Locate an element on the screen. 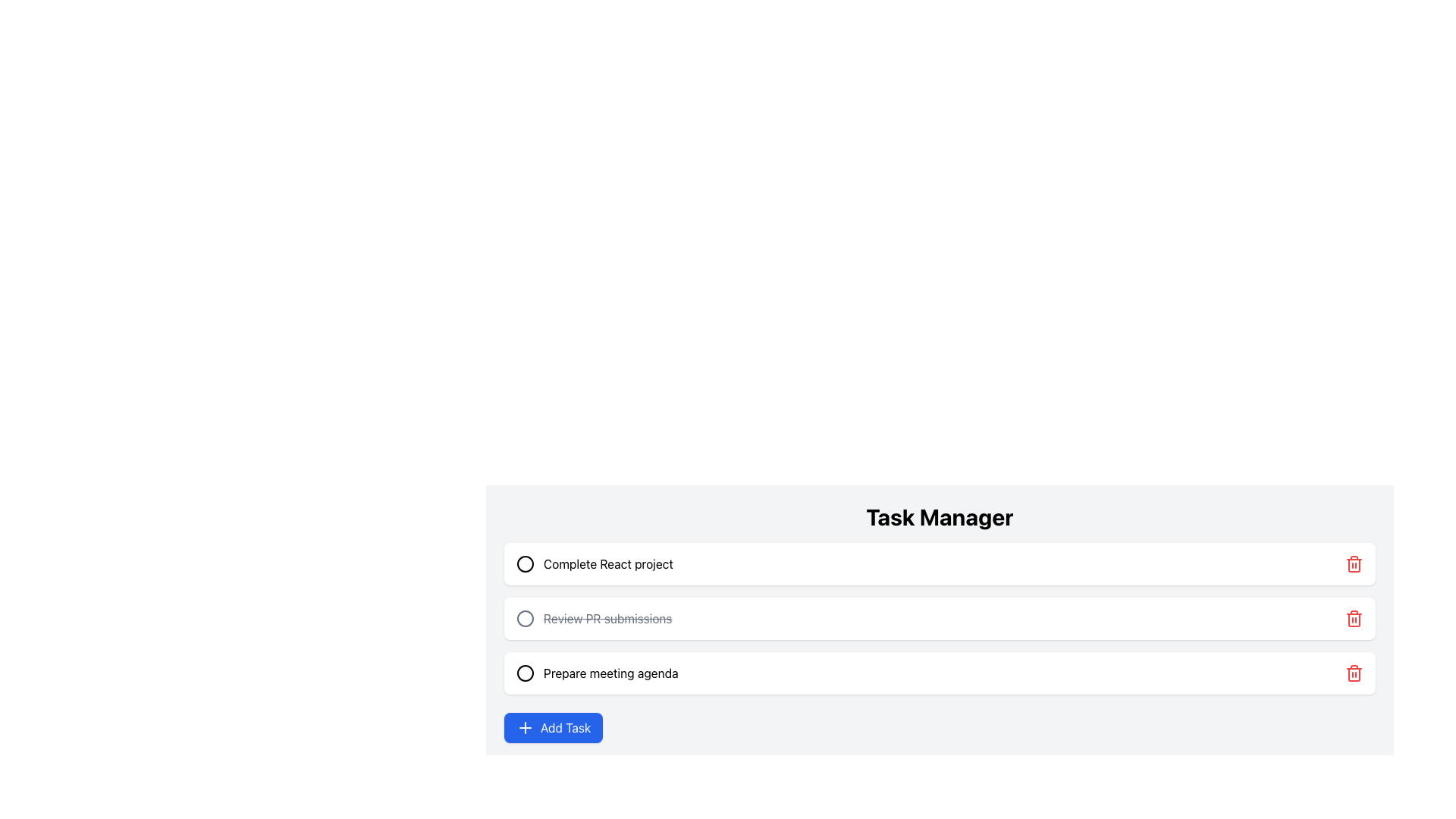 This screenshot has width=1456, height=819. the prominent 'Task Manager' header text, which is displayed in large, bold, centrally aligned font at the top of the interface is located at coordinates (939, 516).